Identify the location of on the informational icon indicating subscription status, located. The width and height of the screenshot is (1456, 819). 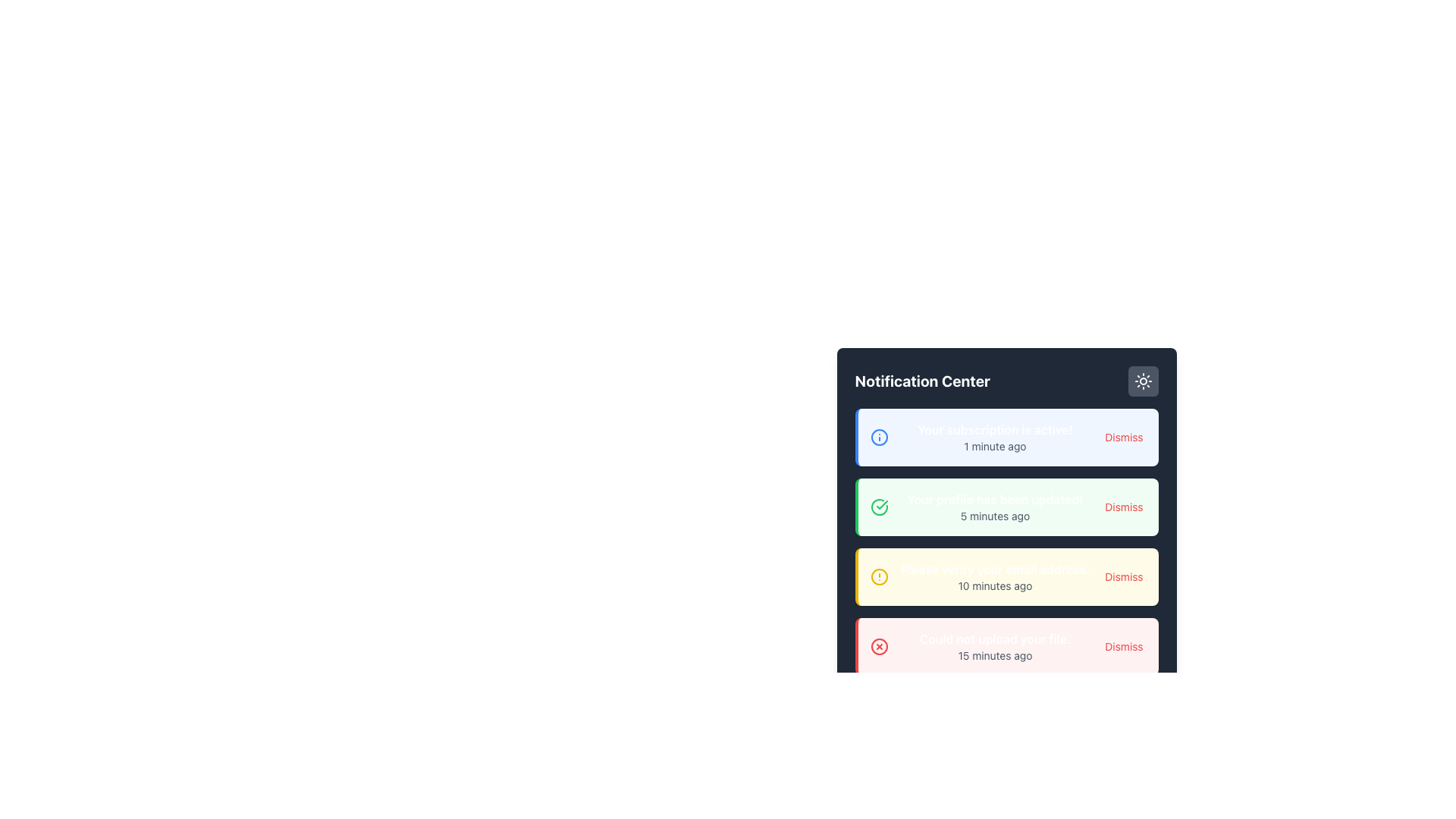
(879, 438).